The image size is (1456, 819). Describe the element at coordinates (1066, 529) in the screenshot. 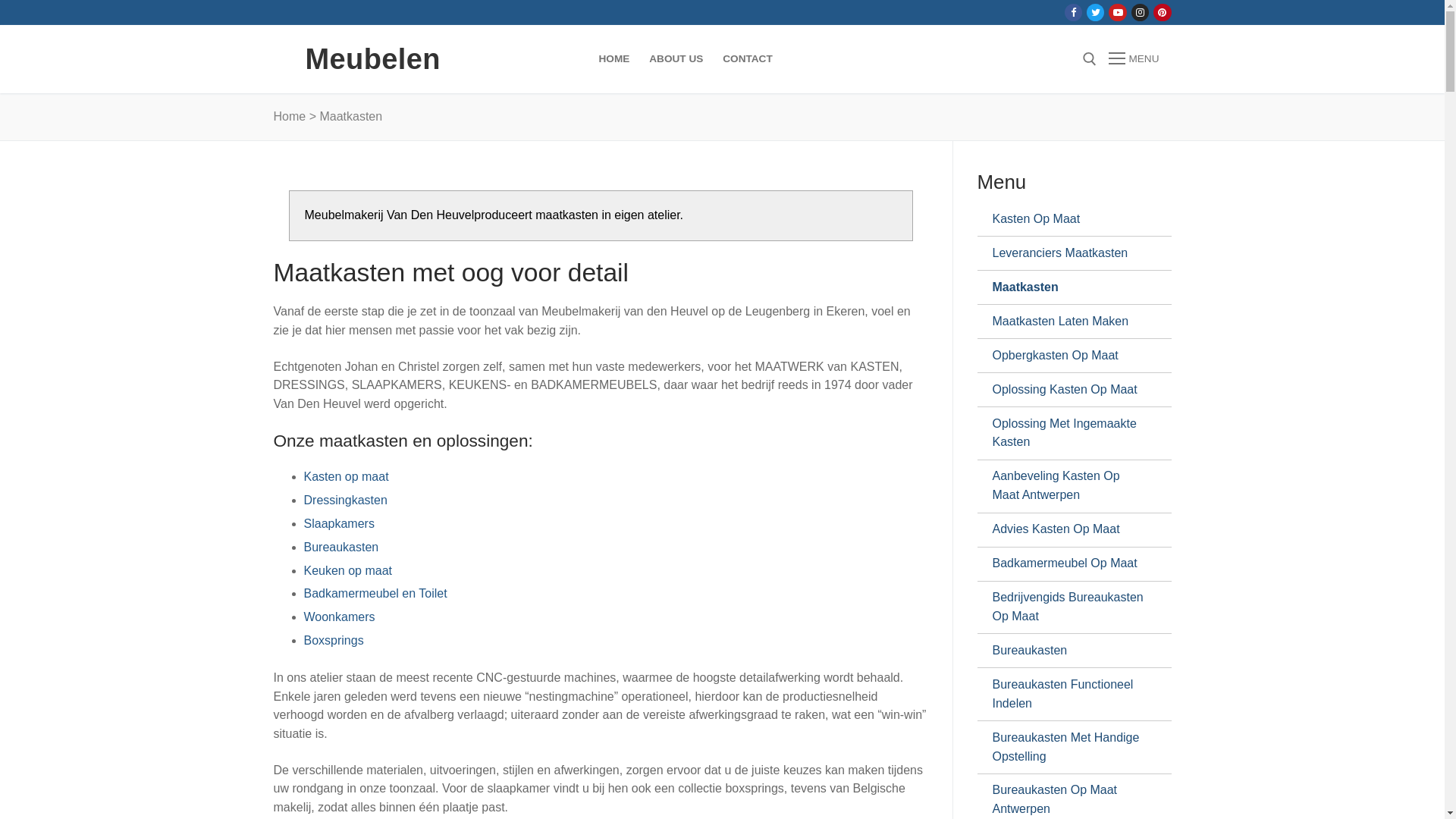

I see `'Advies Kasten Op Maat'` at that location.